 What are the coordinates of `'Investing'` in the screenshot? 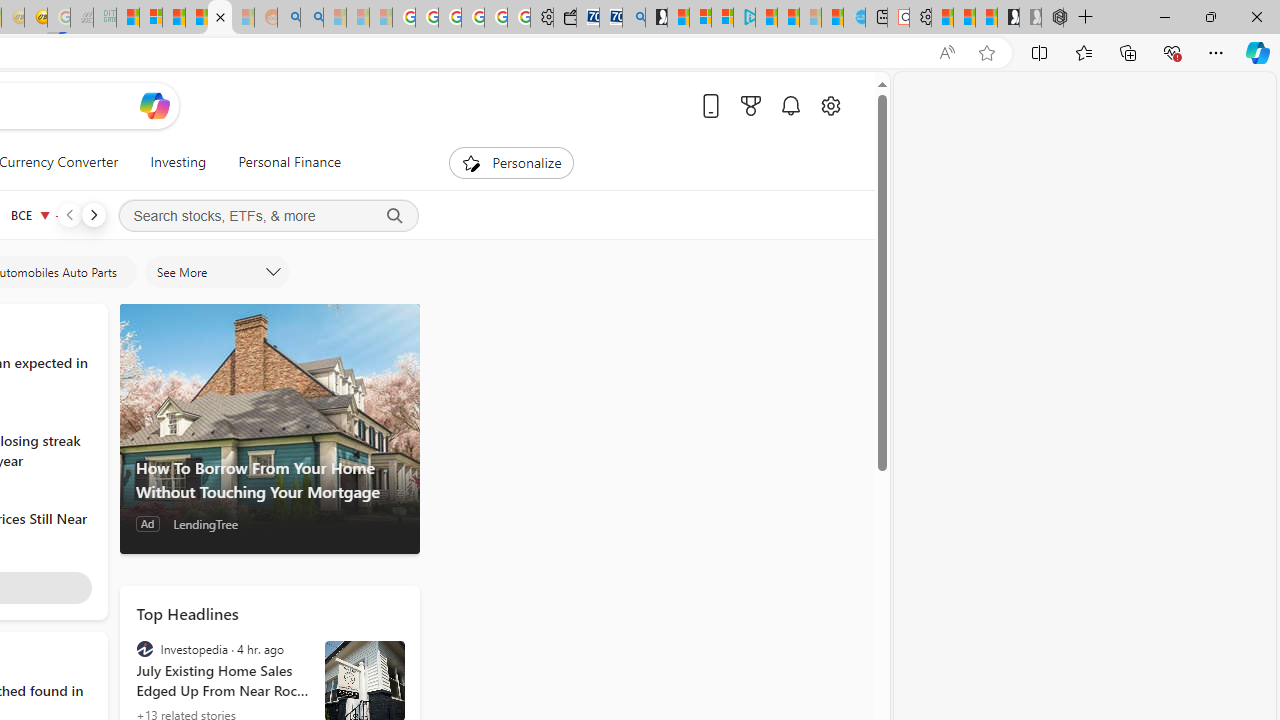 It's located at (178, 162).